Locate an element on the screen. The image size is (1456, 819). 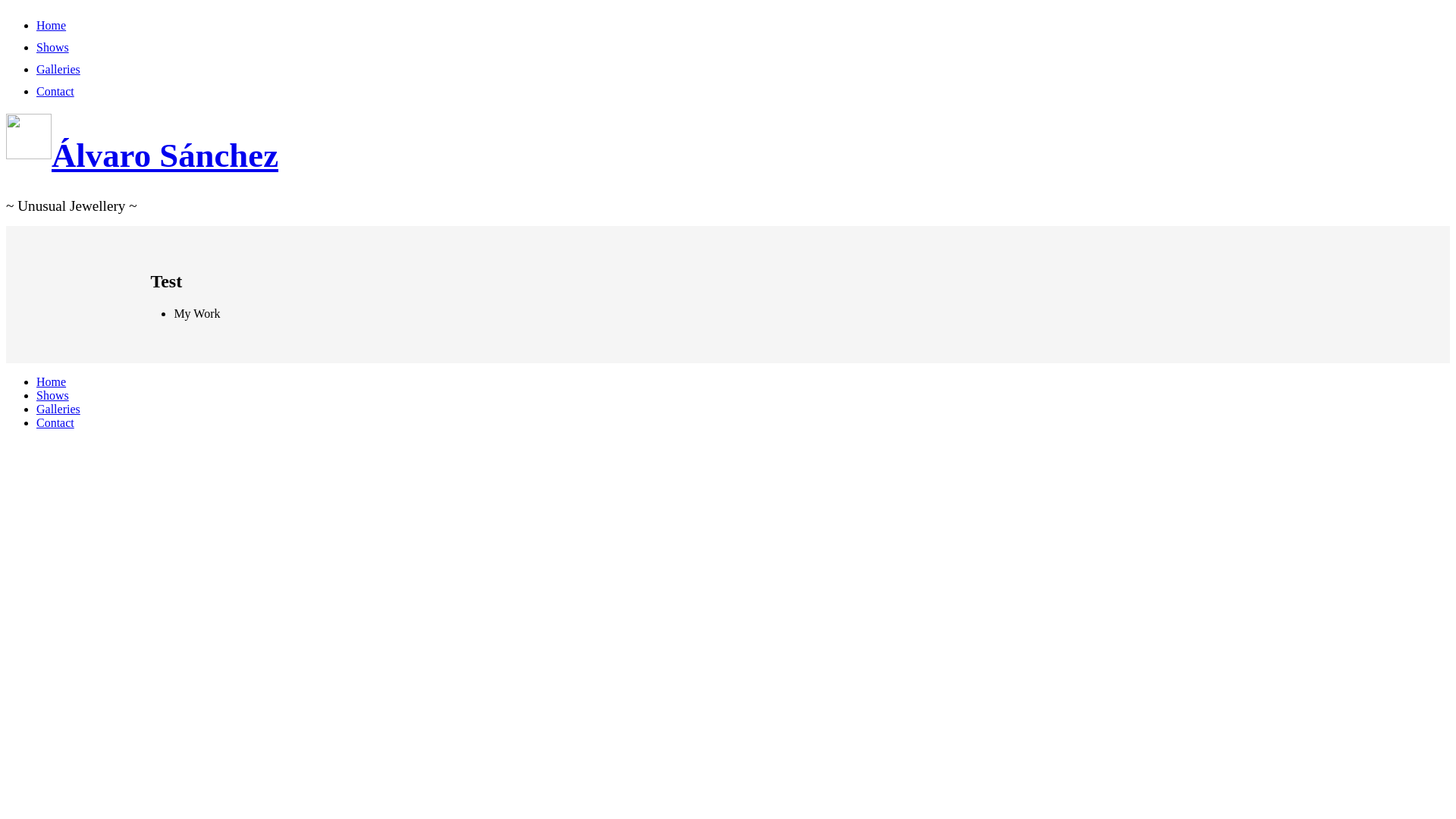
'Home' is located at coordinates (51, 25).